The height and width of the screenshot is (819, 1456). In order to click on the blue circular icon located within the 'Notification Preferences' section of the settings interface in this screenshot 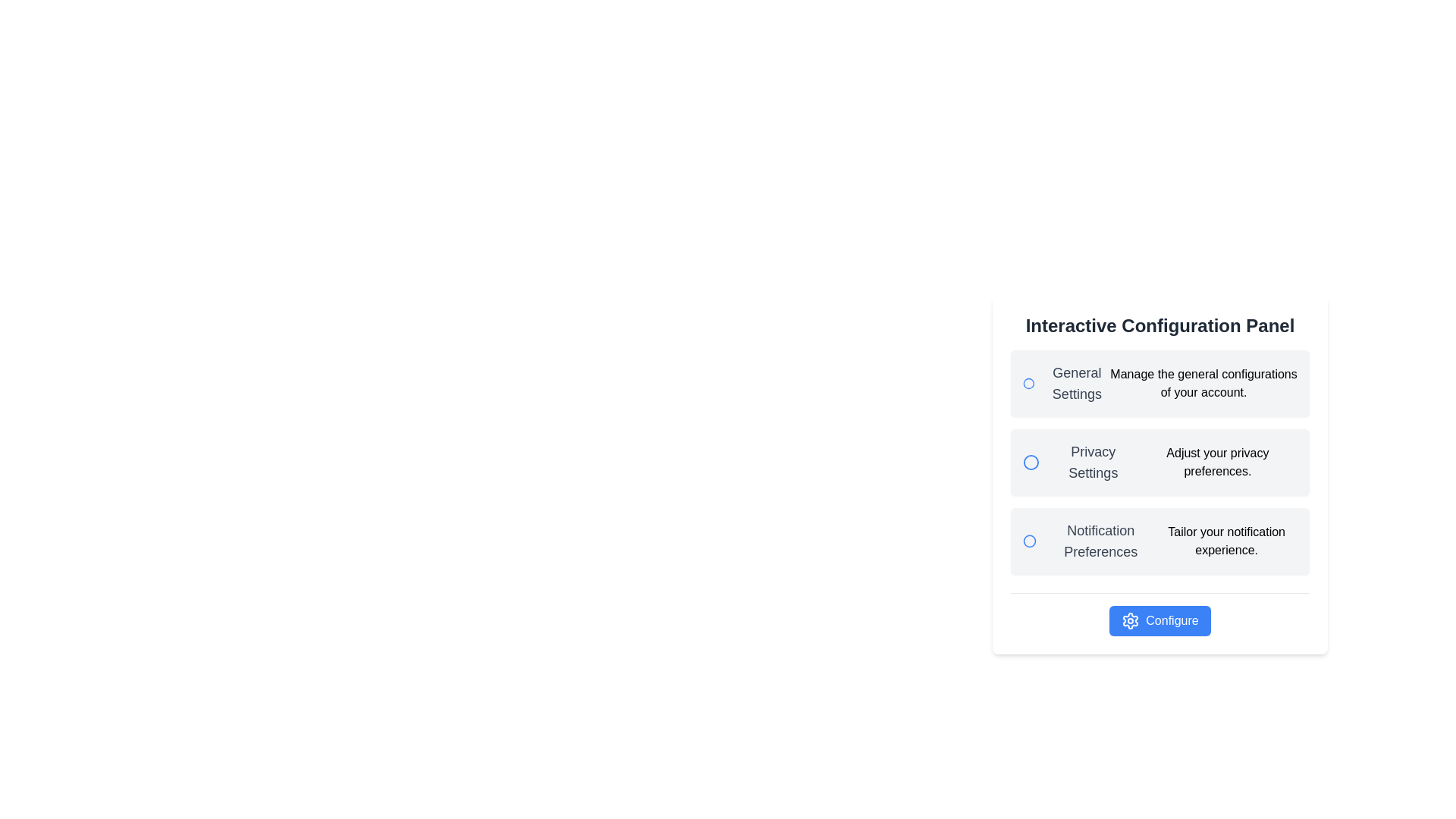, I will do `click(1030, 540)`.